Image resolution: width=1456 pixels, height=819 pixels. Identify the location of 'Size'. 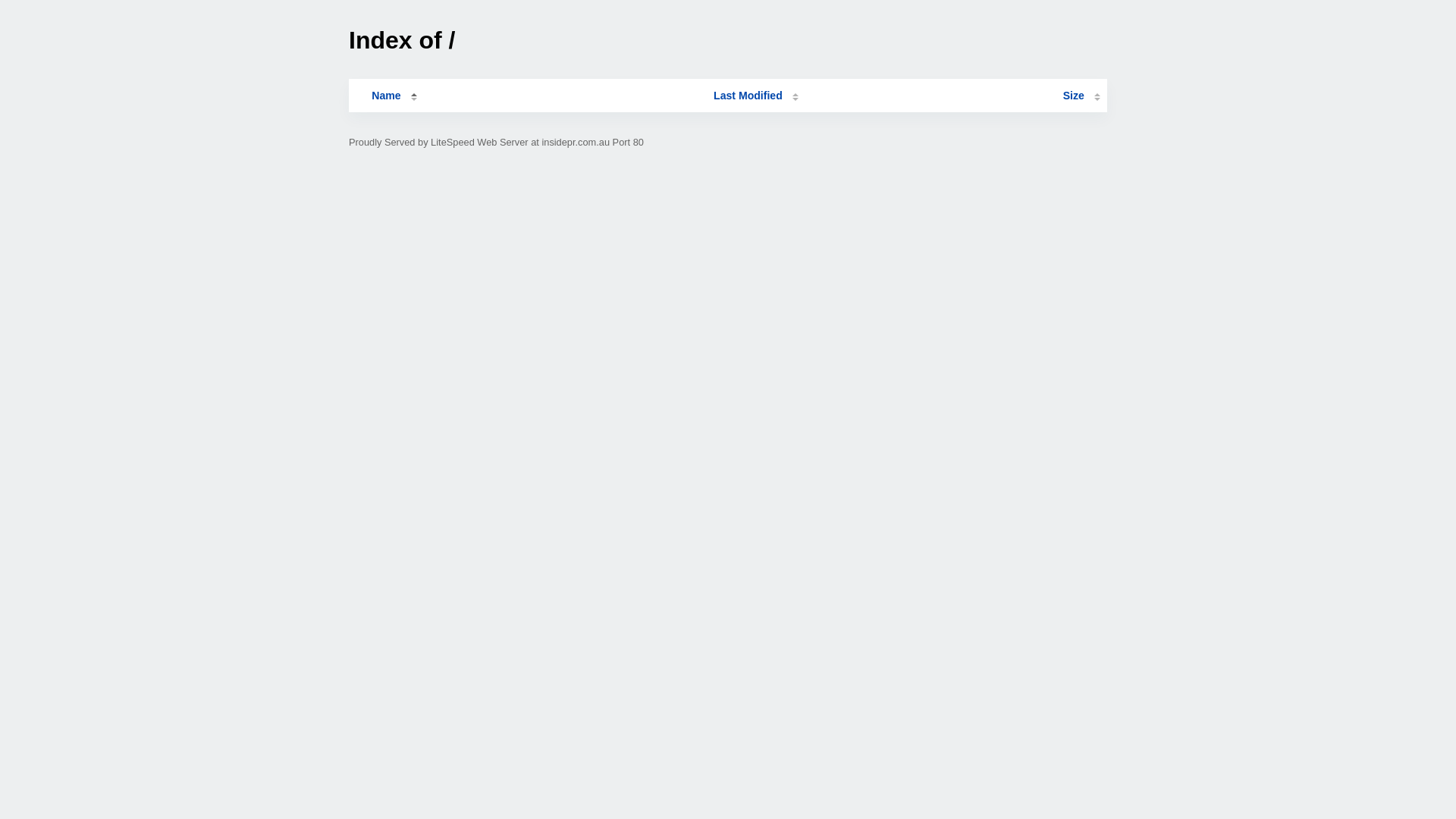
(1081, 96).